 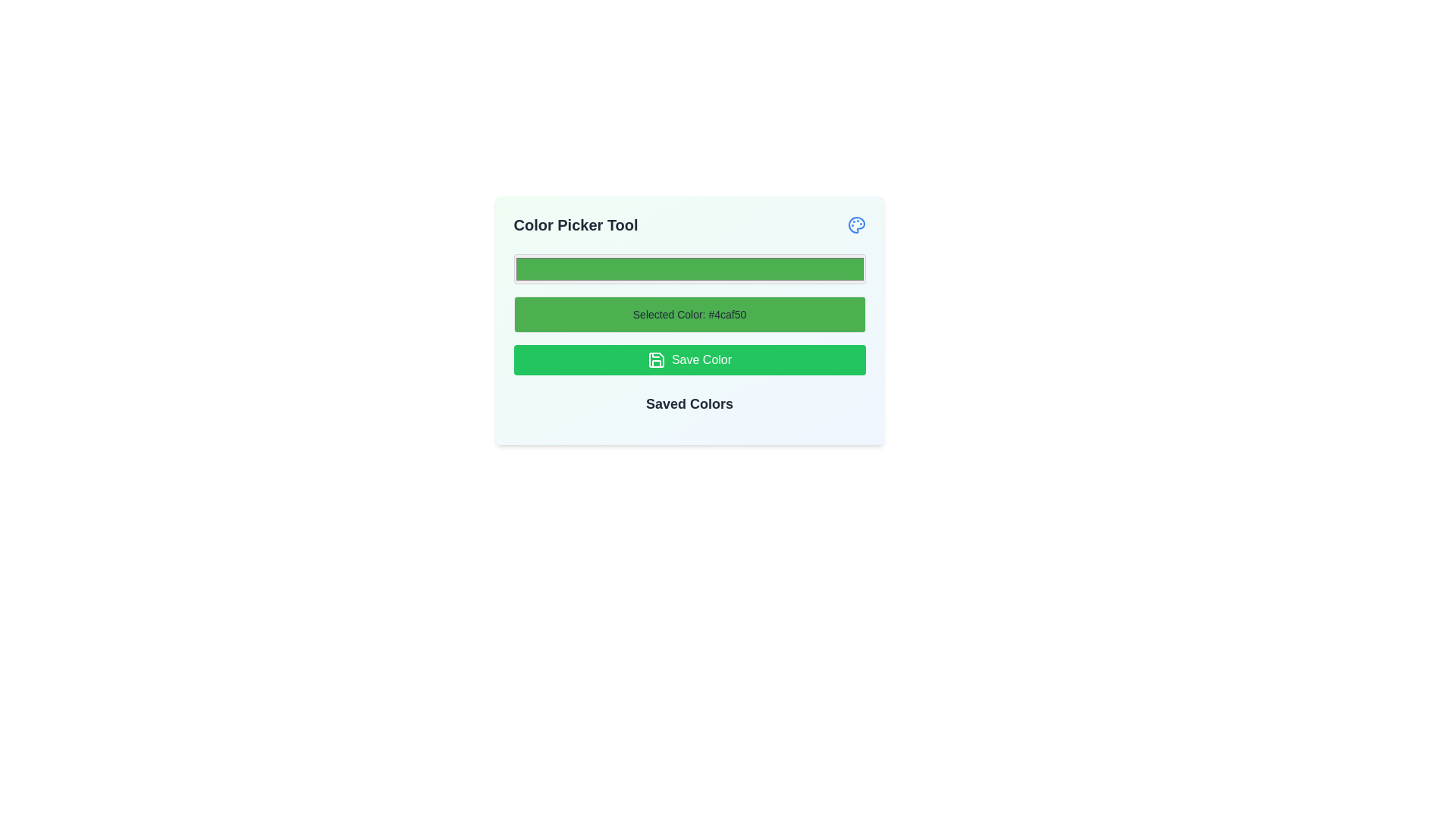 I want to click on the painter's palette icon located in the top-right corner of the interface, adjacent to the 'Color Picker Tool' header, so click(x=856, y=225).